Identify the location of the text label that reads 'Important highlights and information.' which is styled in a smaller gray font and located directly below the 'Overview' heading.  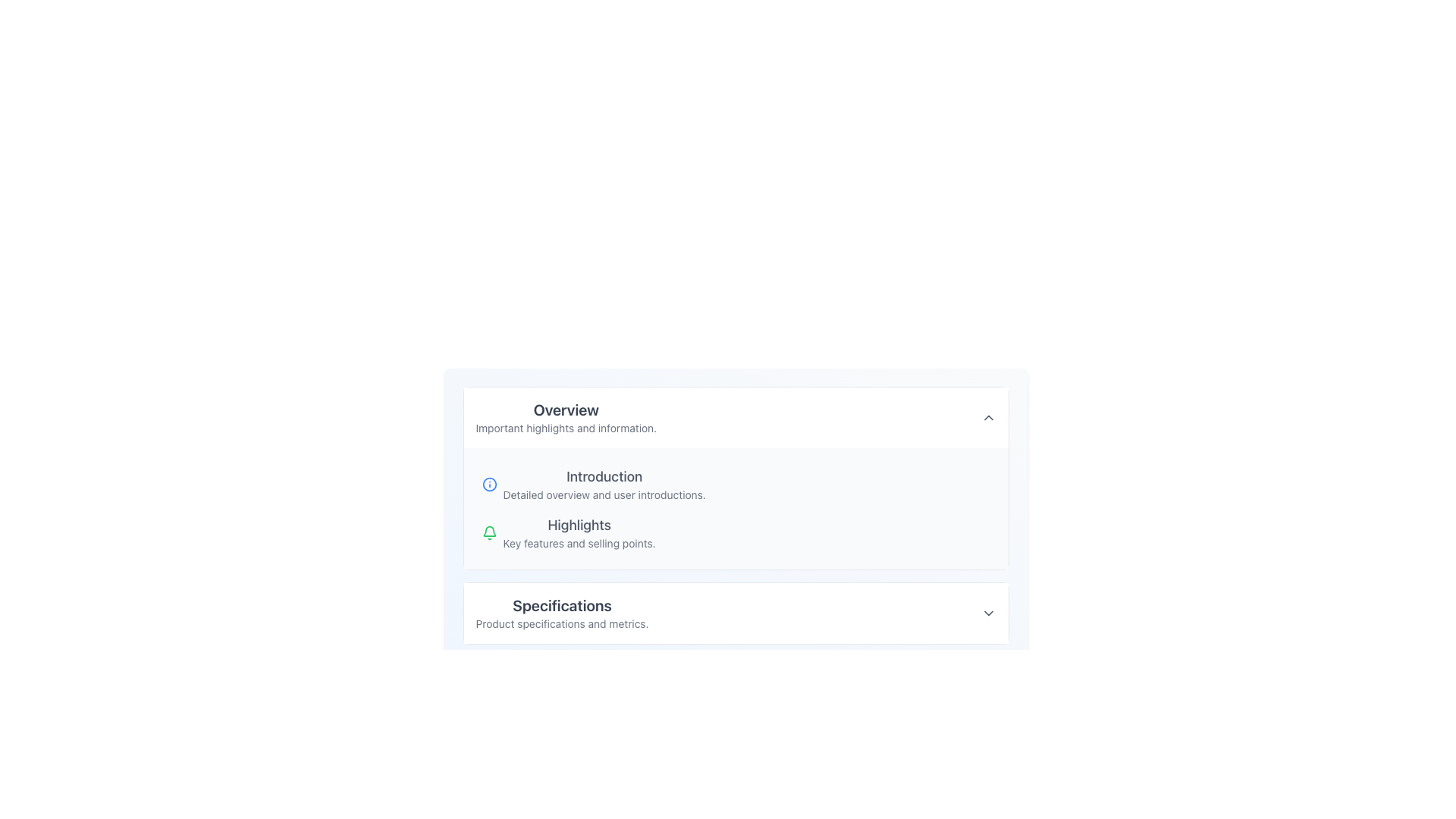
(565, 428).